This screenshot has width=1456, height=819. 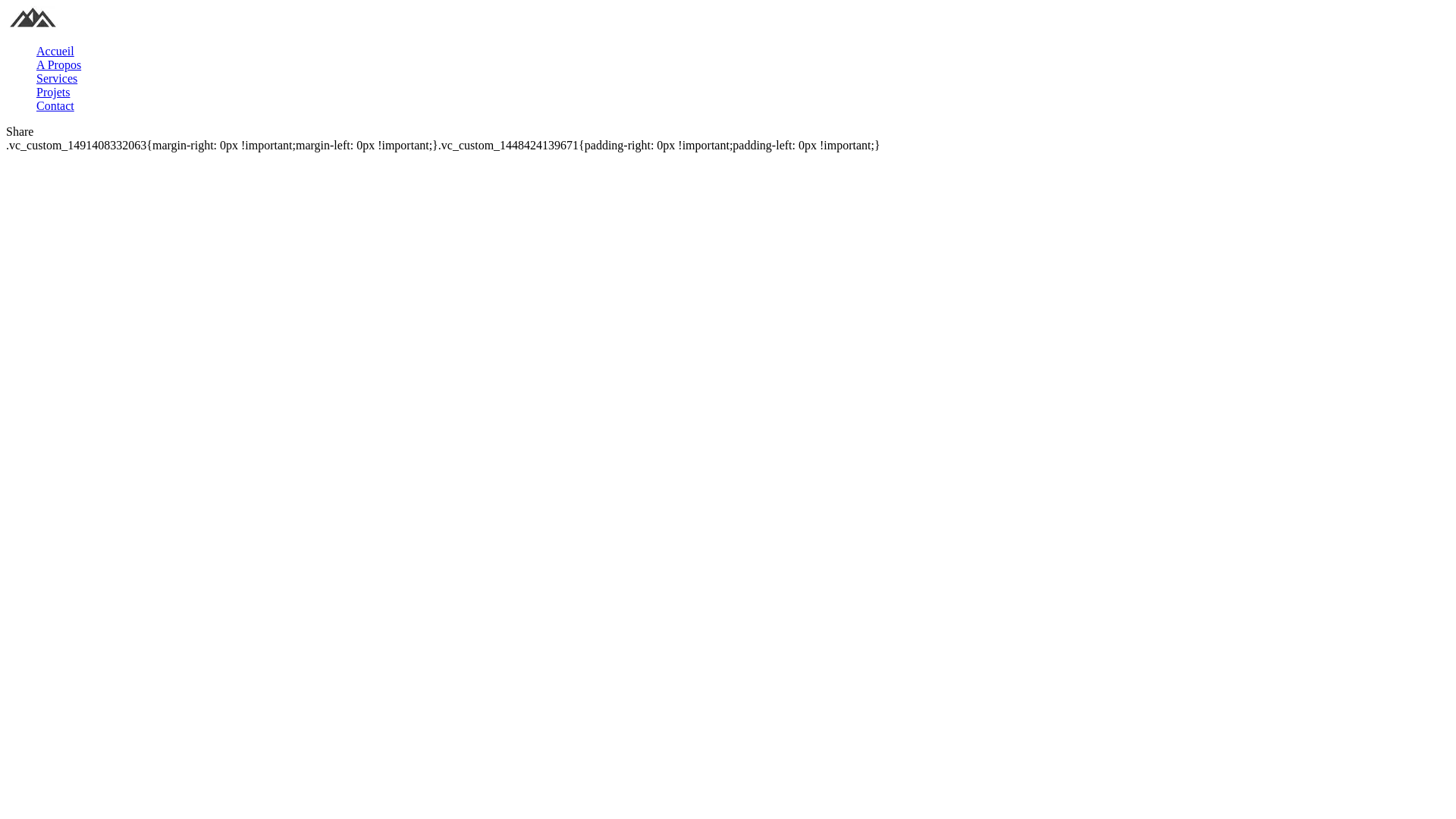 What do you see at coordinates (36, 92) in the screenshot?
I see `'Projets'` at bounding box center [36, 92].